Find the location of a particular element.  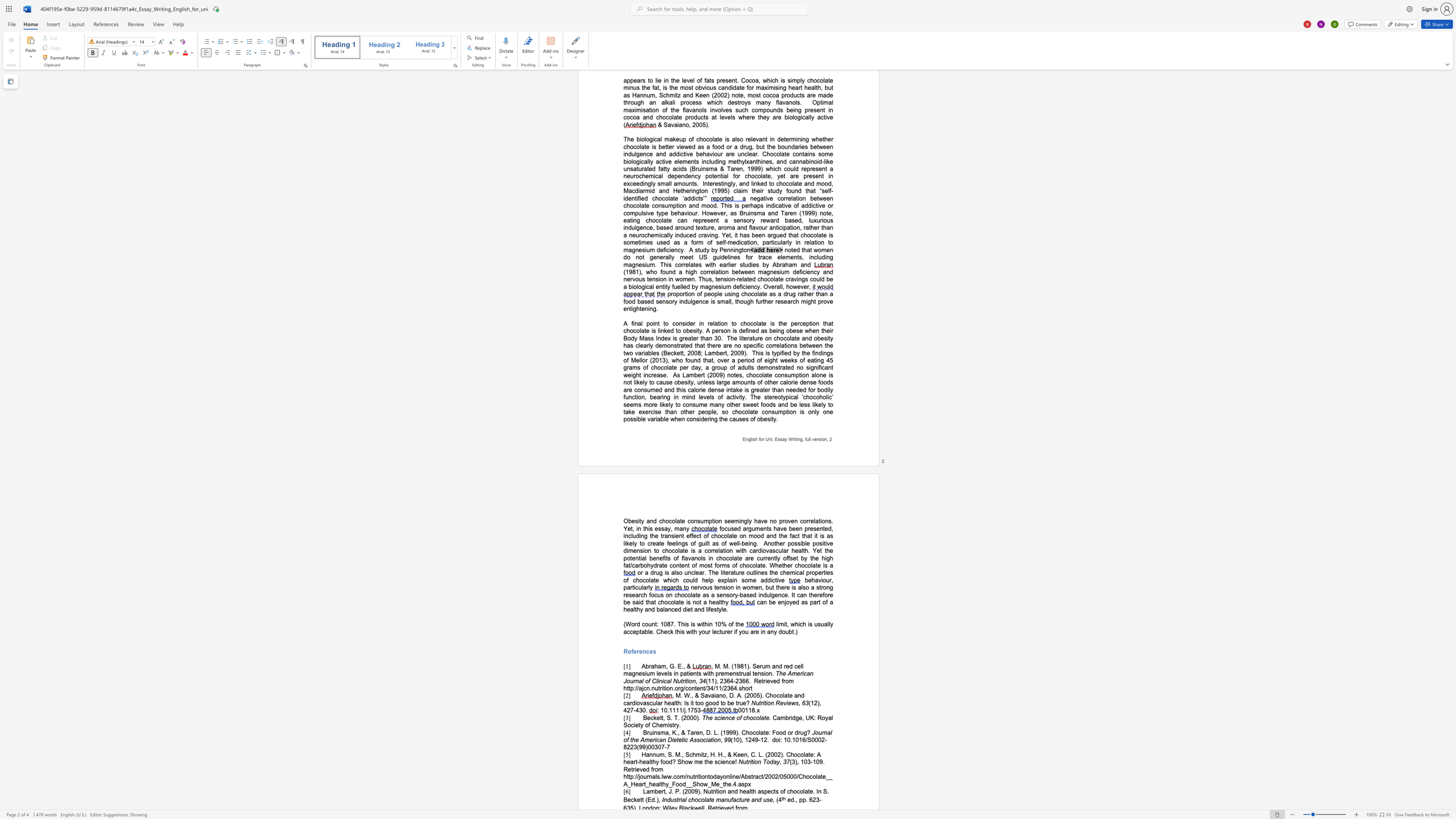

the subset text "ents with premenstrual tensi" within the text ", M. M. (1981). Serum and red cell magnesium levels in patients with premenstrual tension." is located at coordinates (690, 673).